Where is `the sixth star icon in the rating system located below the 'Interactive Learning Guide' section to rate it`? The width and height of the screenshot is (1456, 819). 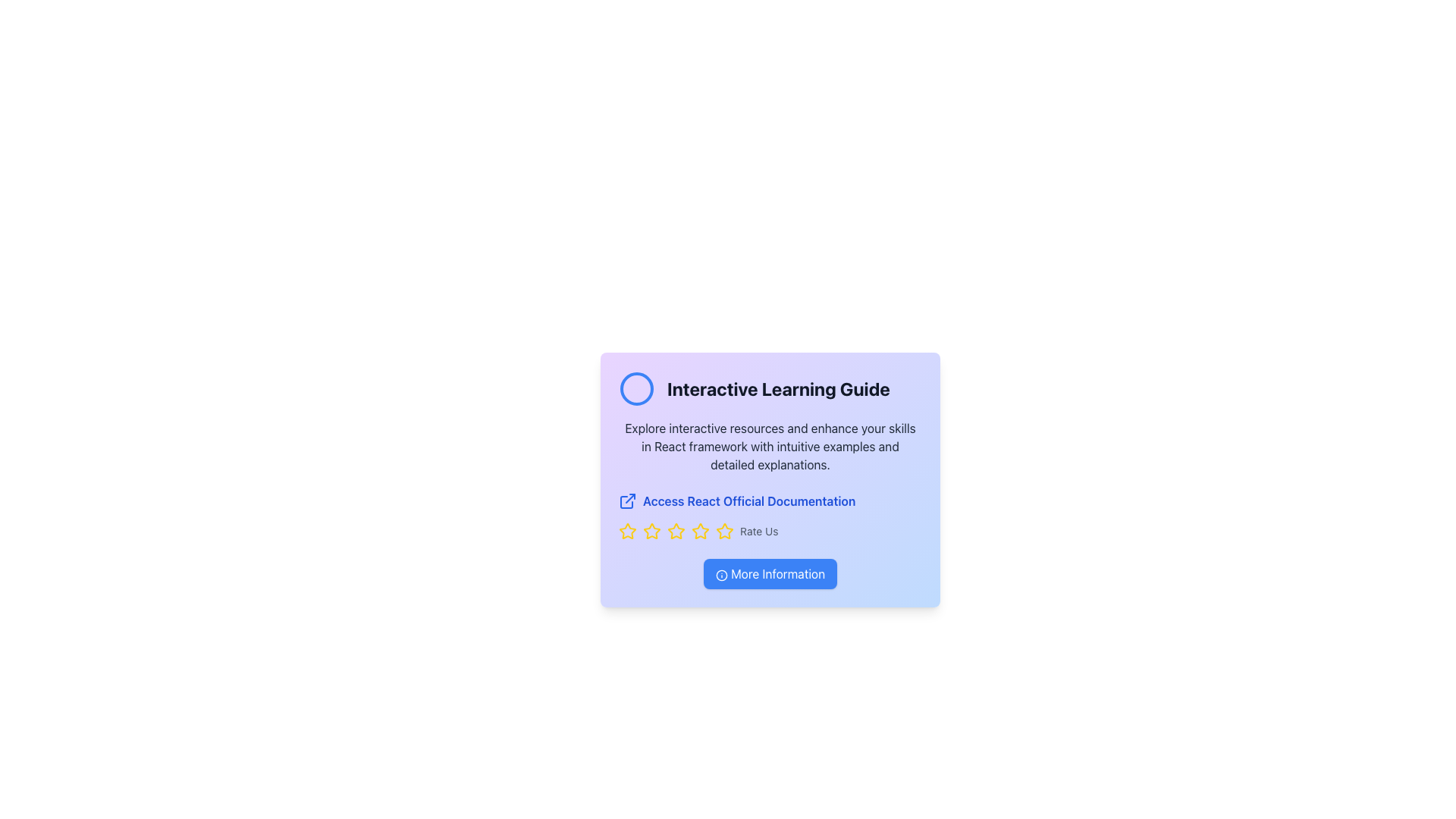
the sixth star icon in the rating system located below the 'Interactive Learning Guide' section to rate it is located at coordinates (700, 531).